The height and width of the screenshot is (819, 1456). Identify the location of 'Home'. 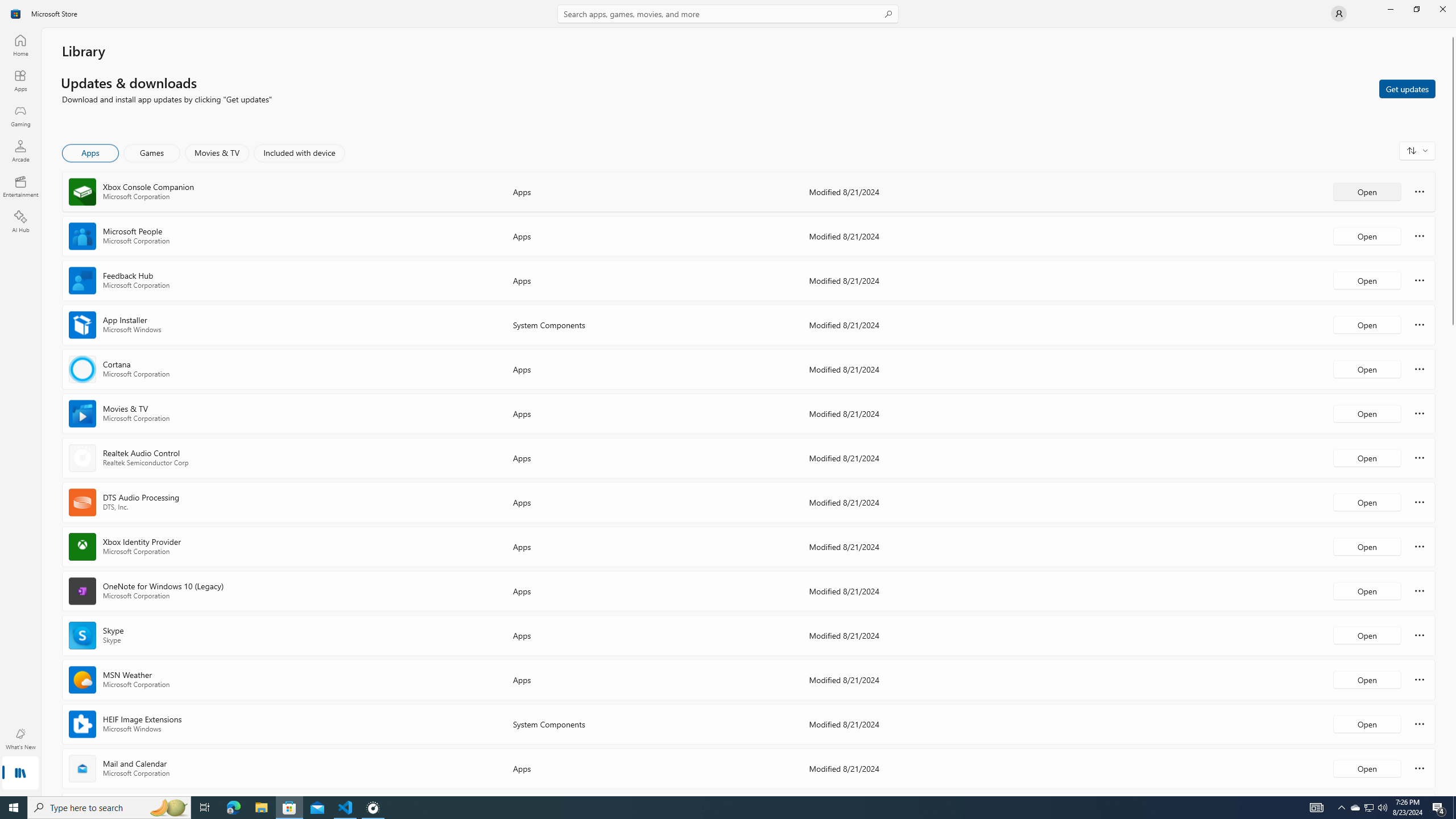
(19, 44).